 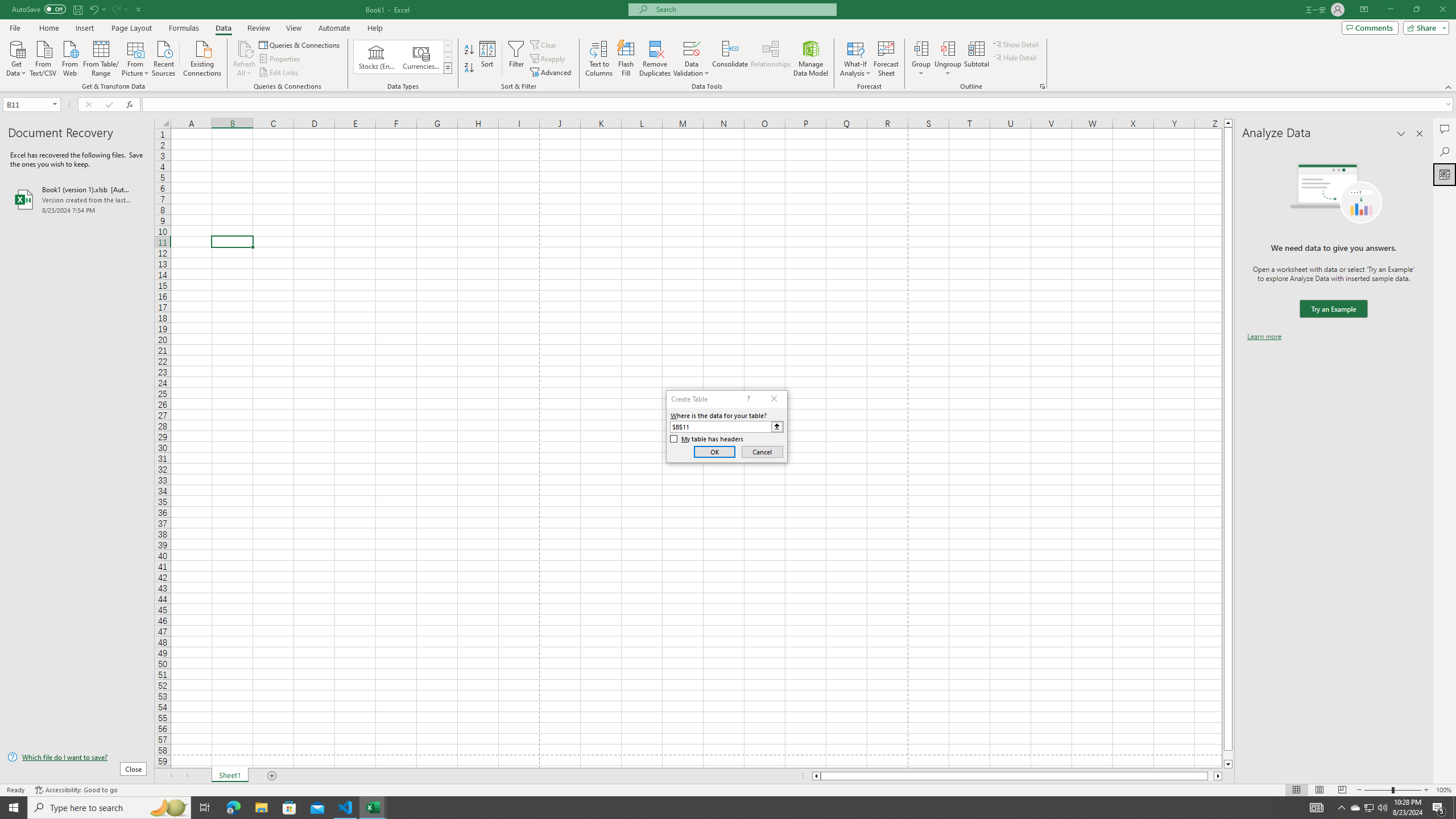 What do you see at coordinates (16, 57) in the screenshot?
I see `'Get Data'` at bounding box center [16, 57].